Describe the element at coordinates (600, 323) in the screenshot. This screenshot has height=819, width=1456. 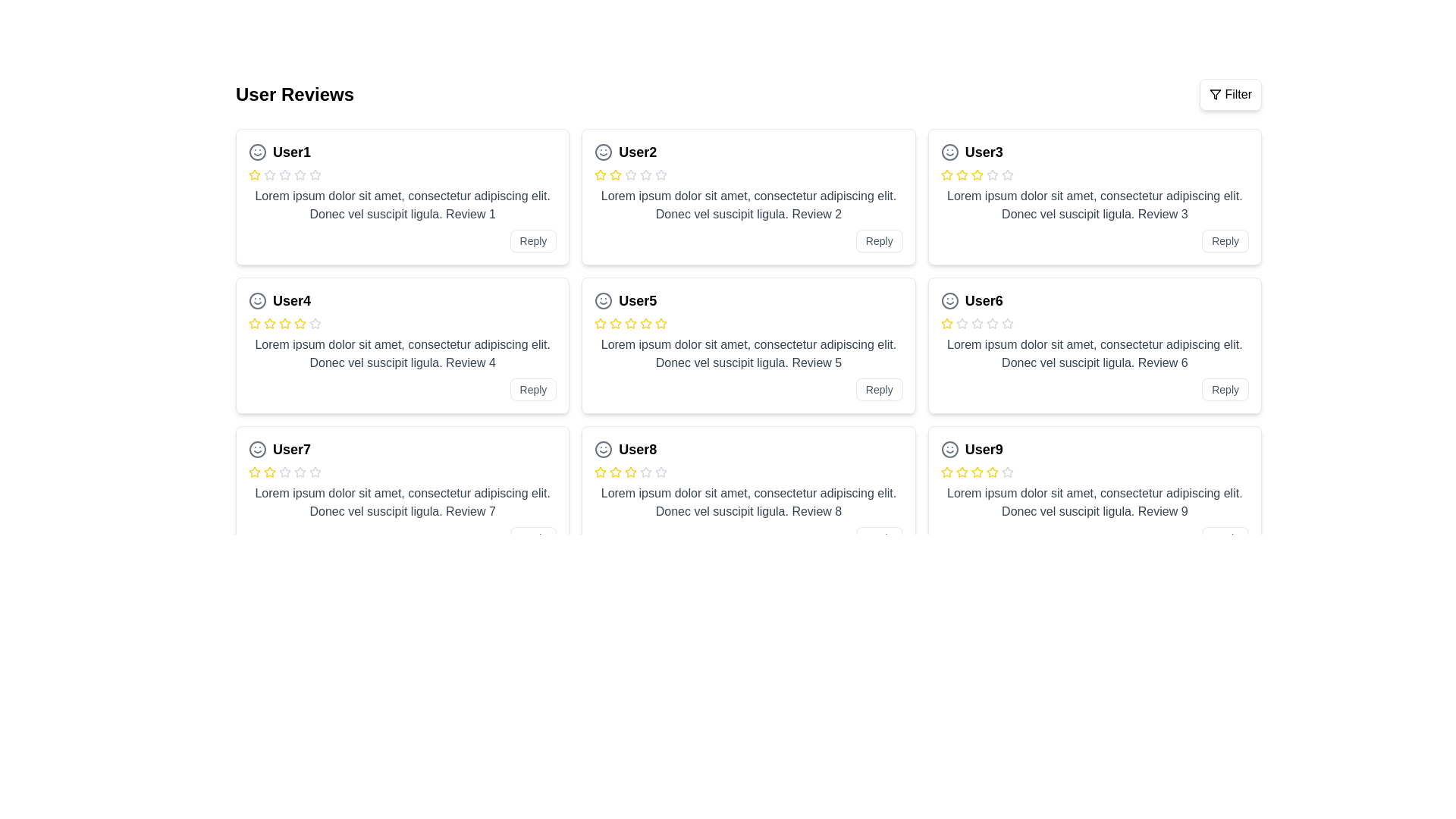
I see `the first star in the five-star rating system below the 'User5' label` at that location.